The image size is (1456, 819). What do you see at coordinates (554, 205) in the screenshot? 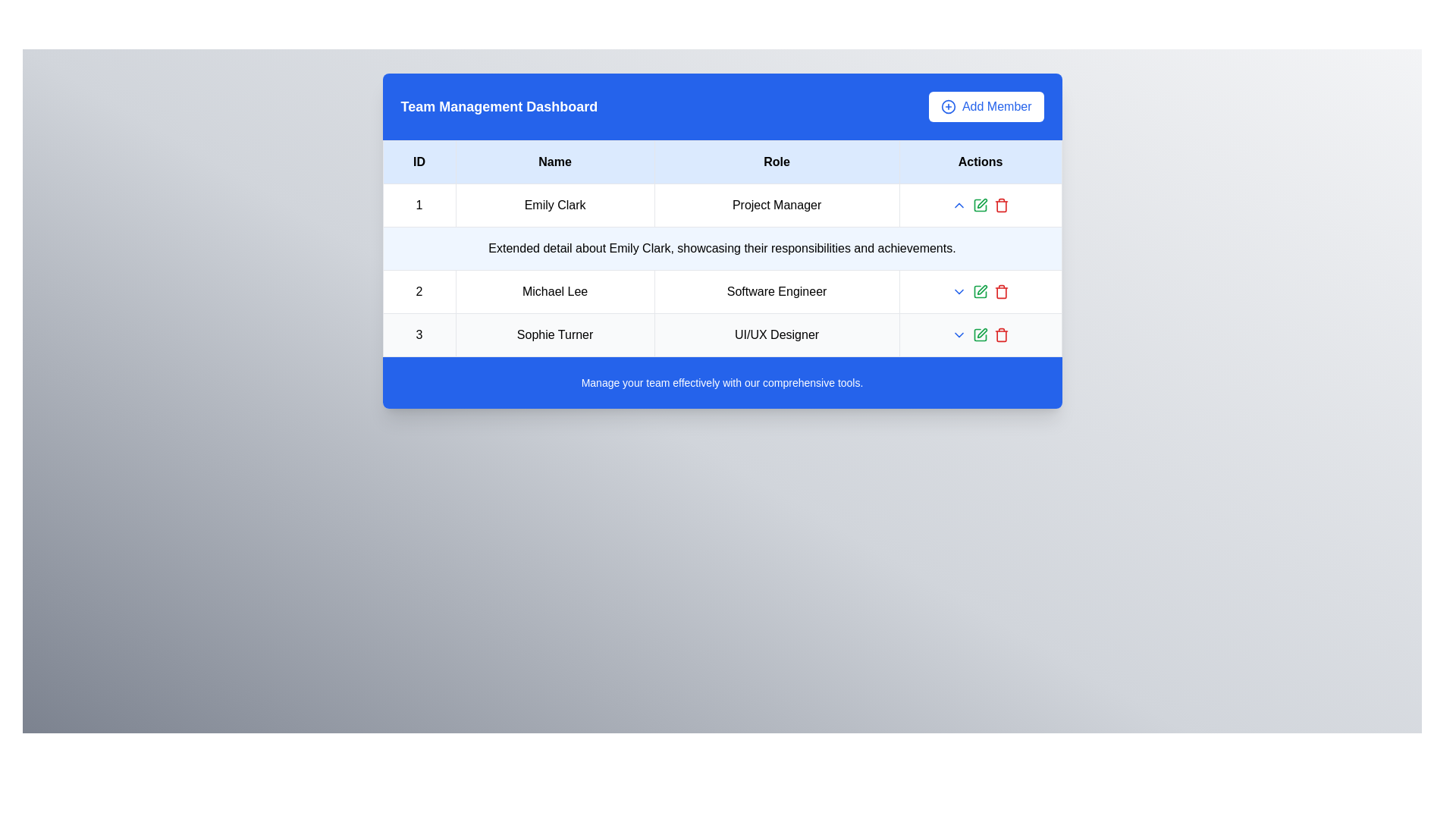
I see `the text label indicating 'Emily Clark' located in the first row of a table, specifically in the second column beneath the 'Name' header` at bounding box center [554, 205].